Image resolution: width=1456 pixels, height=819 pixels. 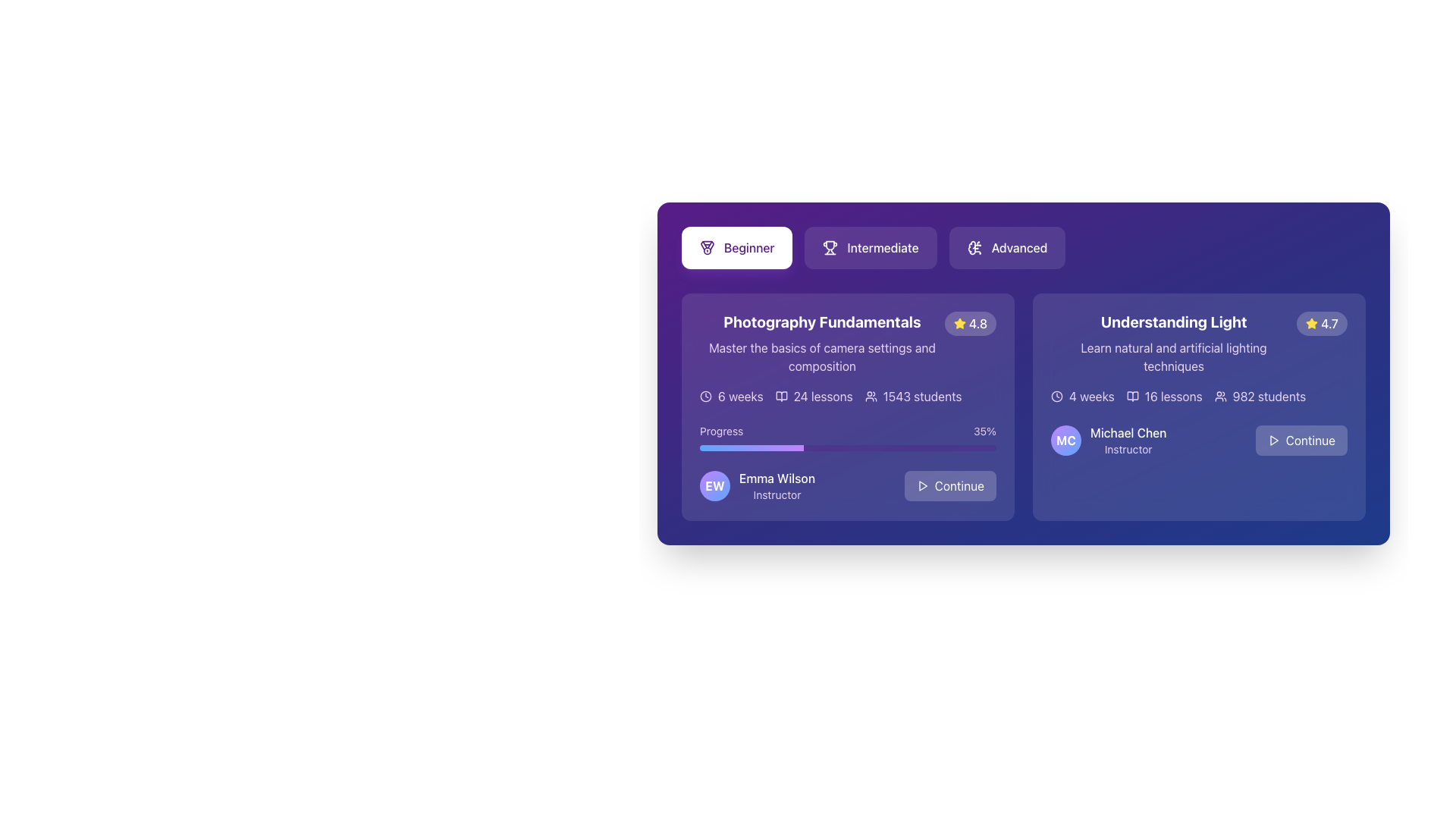 What do you see at coordinates (821, 343) in the screenshot?
I see `the title and subtitle text description located within the leftmost card under the 'Beginner' category, which provides a quick overview of the course content and purpose` at bounding box center [821, 343].